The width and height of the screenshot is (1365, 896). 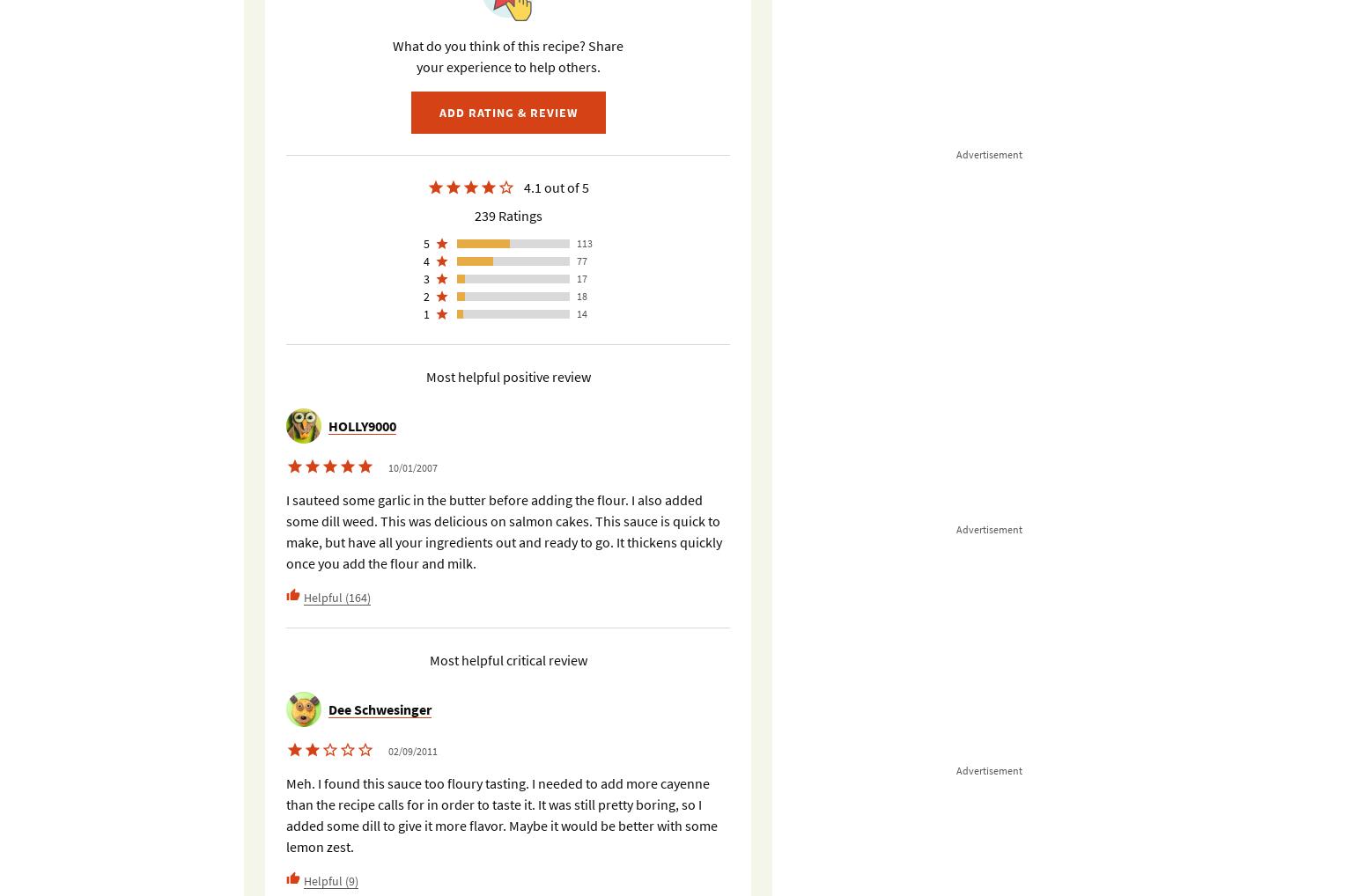 I want to click on 'Helpful (9)', so click(x=330, y=879).